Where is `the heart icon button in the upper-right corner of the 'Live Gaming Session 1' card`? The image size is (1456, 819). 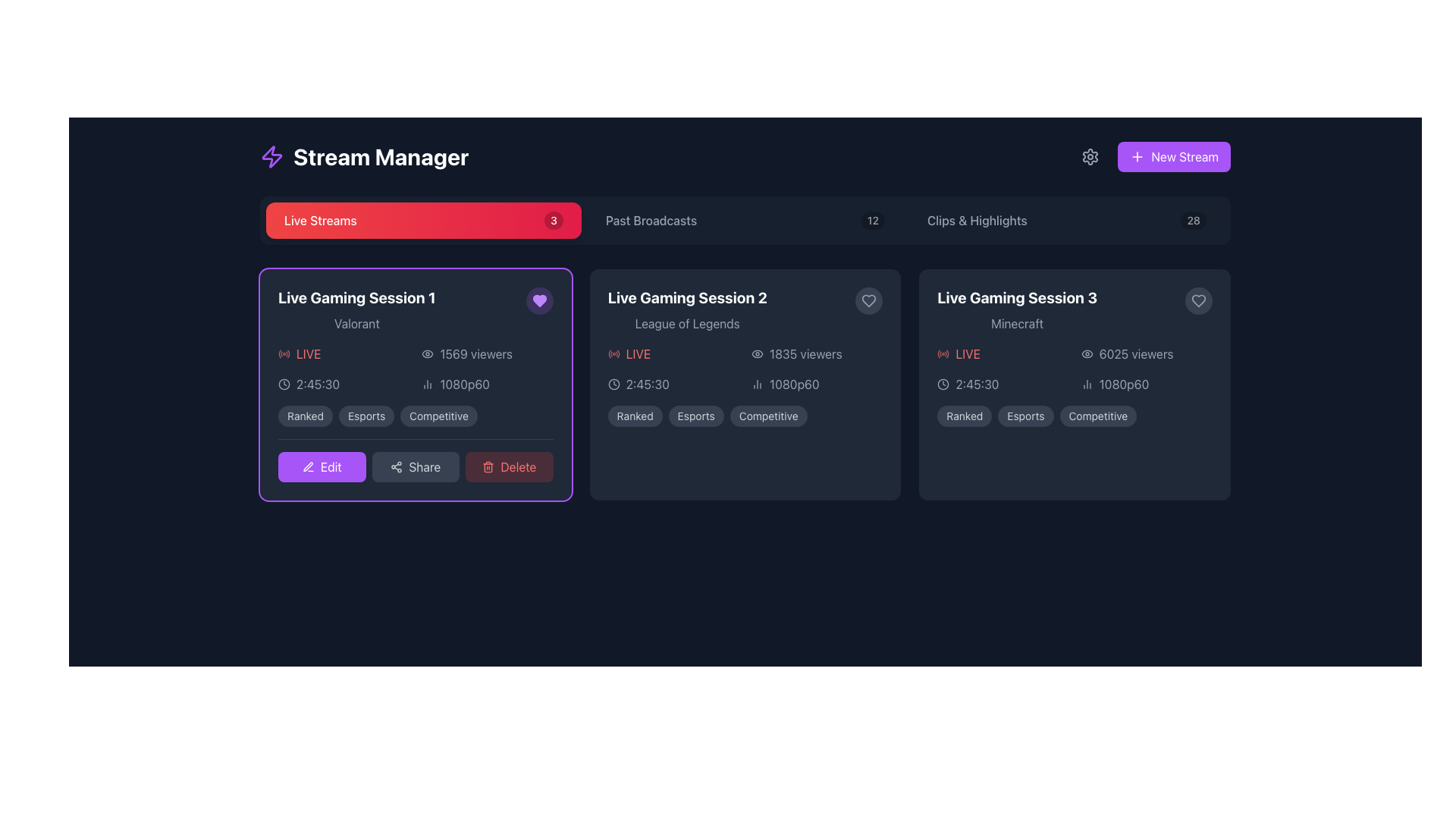 the heart icon button in the upper-right corner of the 'Live Gaming Session 1' card is located at coordinates (539, 301).